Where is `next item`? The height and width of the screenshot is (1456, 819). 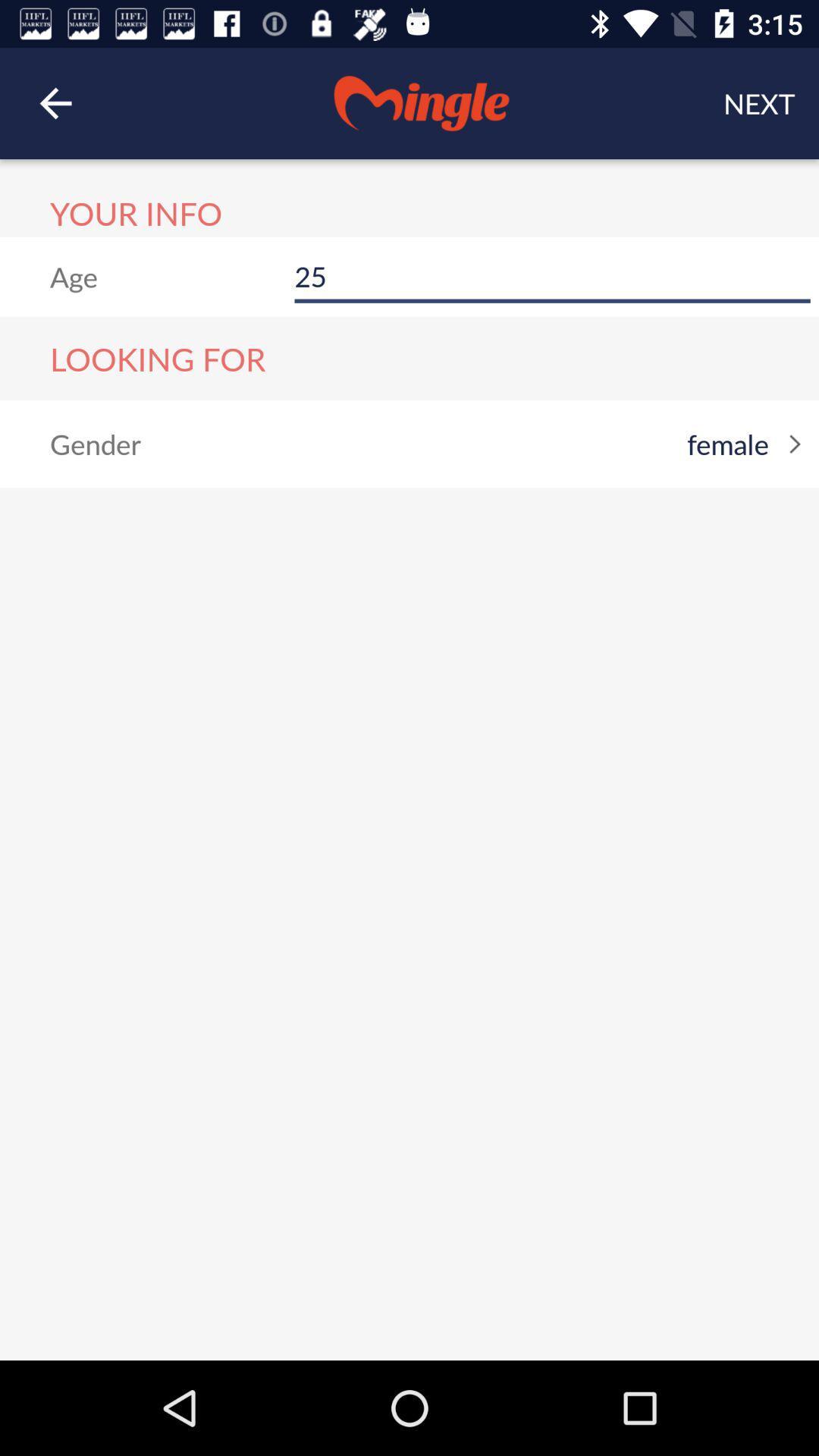 next item is located at coordinates (759, 102).